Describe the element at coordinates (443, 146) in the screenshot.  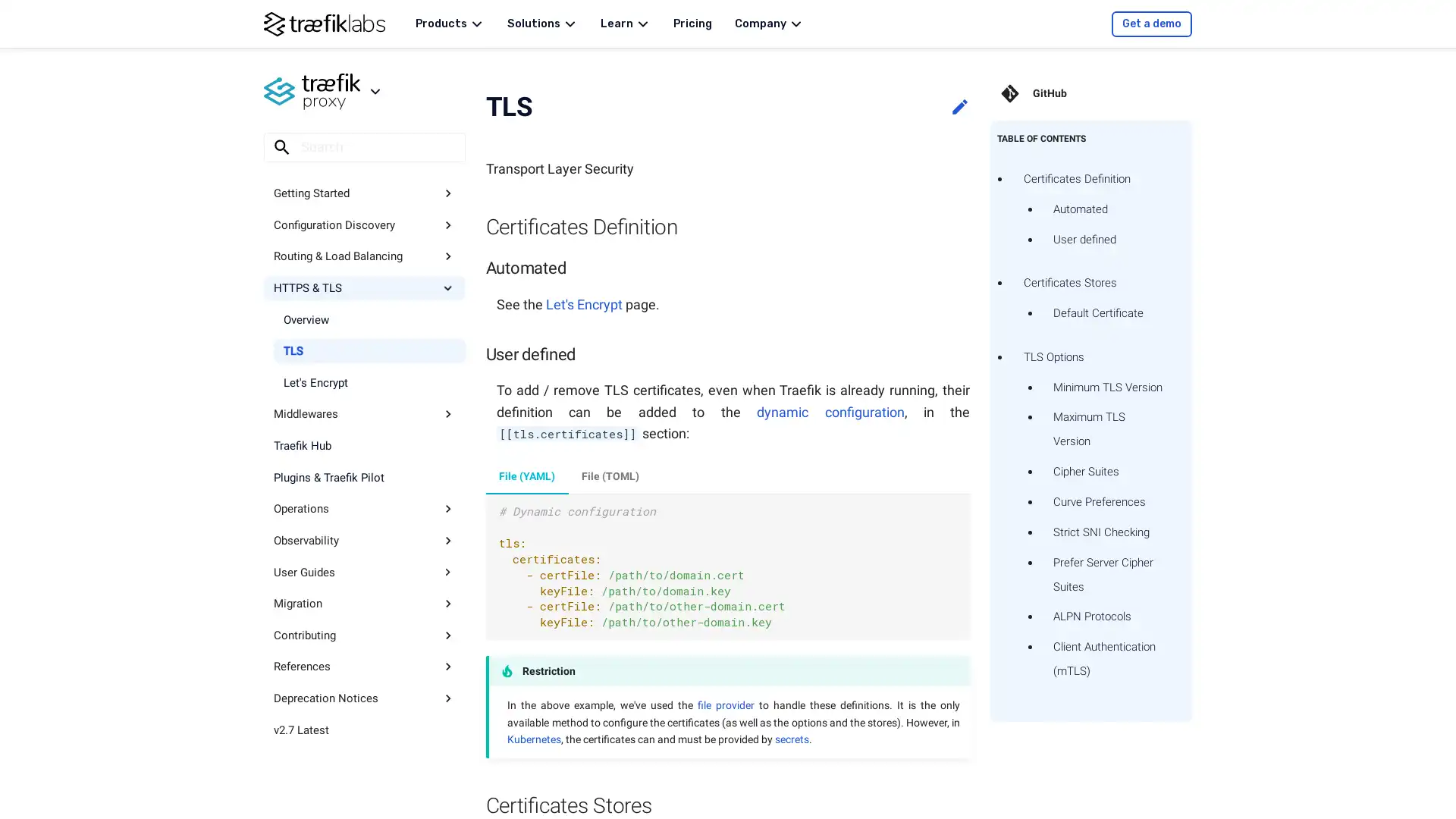
I see `Clear` at that location.